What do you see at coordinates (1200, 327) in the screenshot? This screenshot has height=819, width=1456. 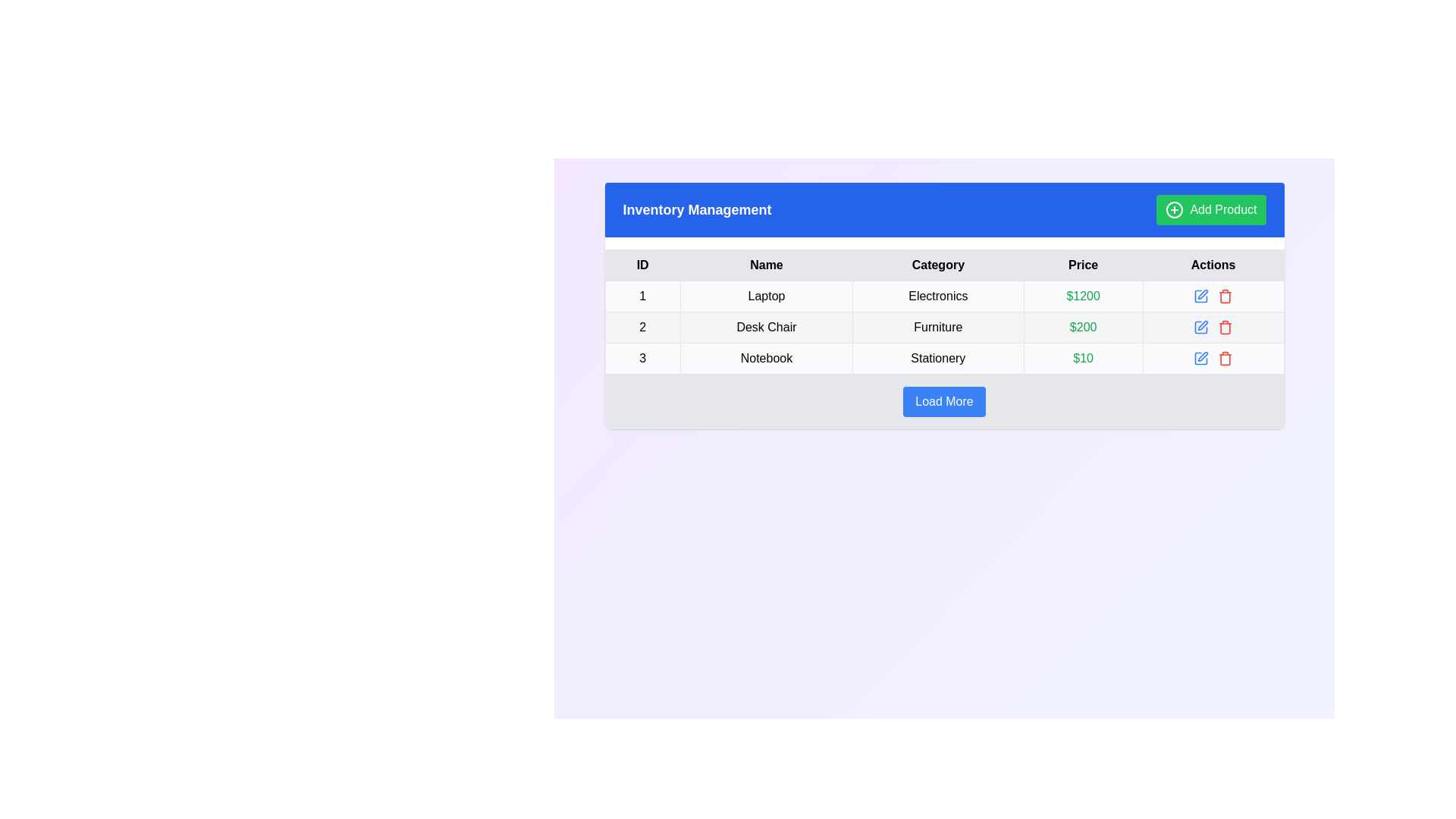 I see `the SVG icon representing an action in the 'Actions' column of the table's second row for 'Furniture $200'` at bounding box center [1200, 327].